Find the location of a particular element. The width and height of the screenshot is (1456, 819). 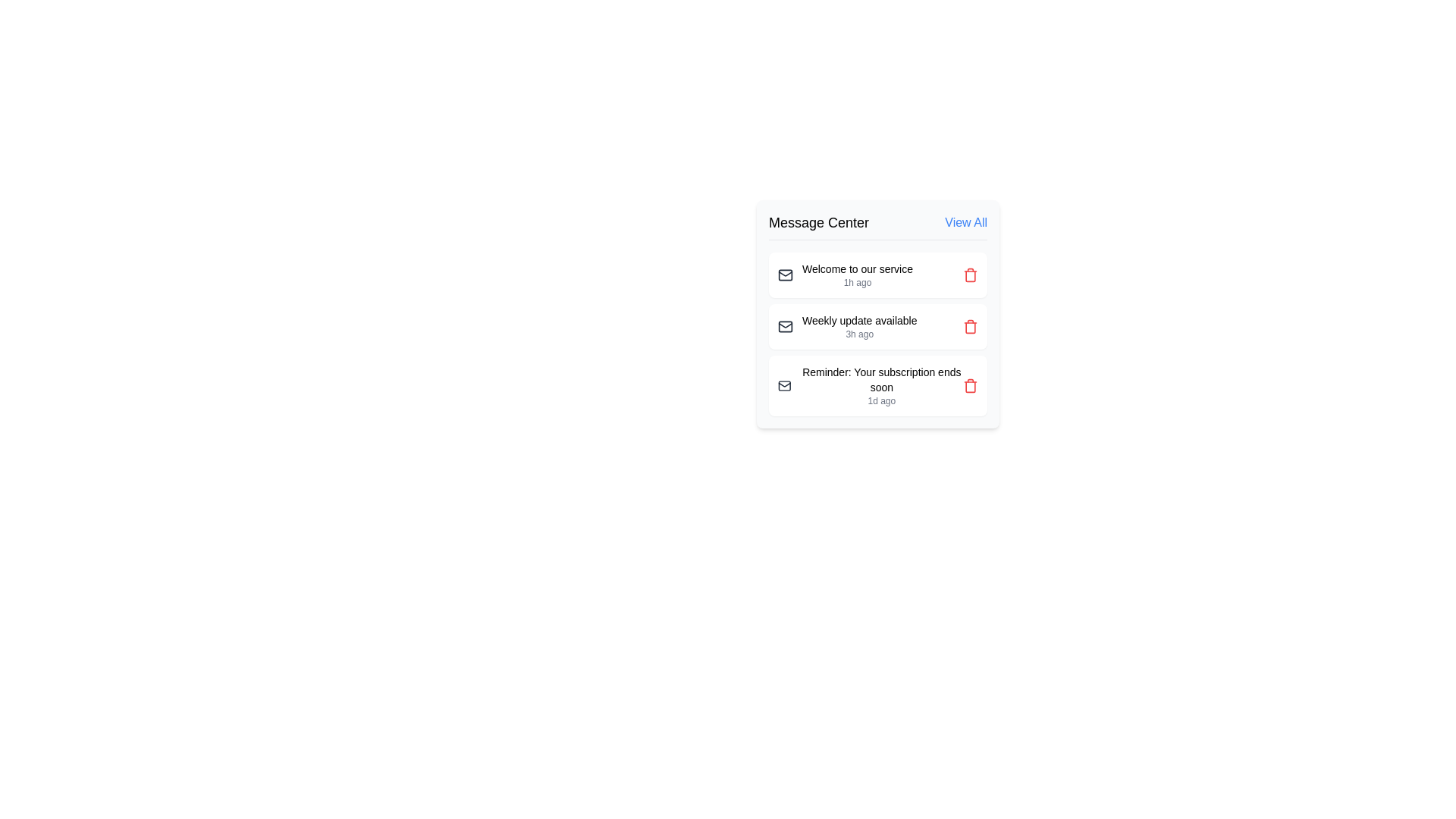

the 'Weekly update available' text label in the 'Message Center' panel, which is located below 'Welcome to our service' and above 'Reminder: Your subscription ends soon' is located at coordinates (859, 320).